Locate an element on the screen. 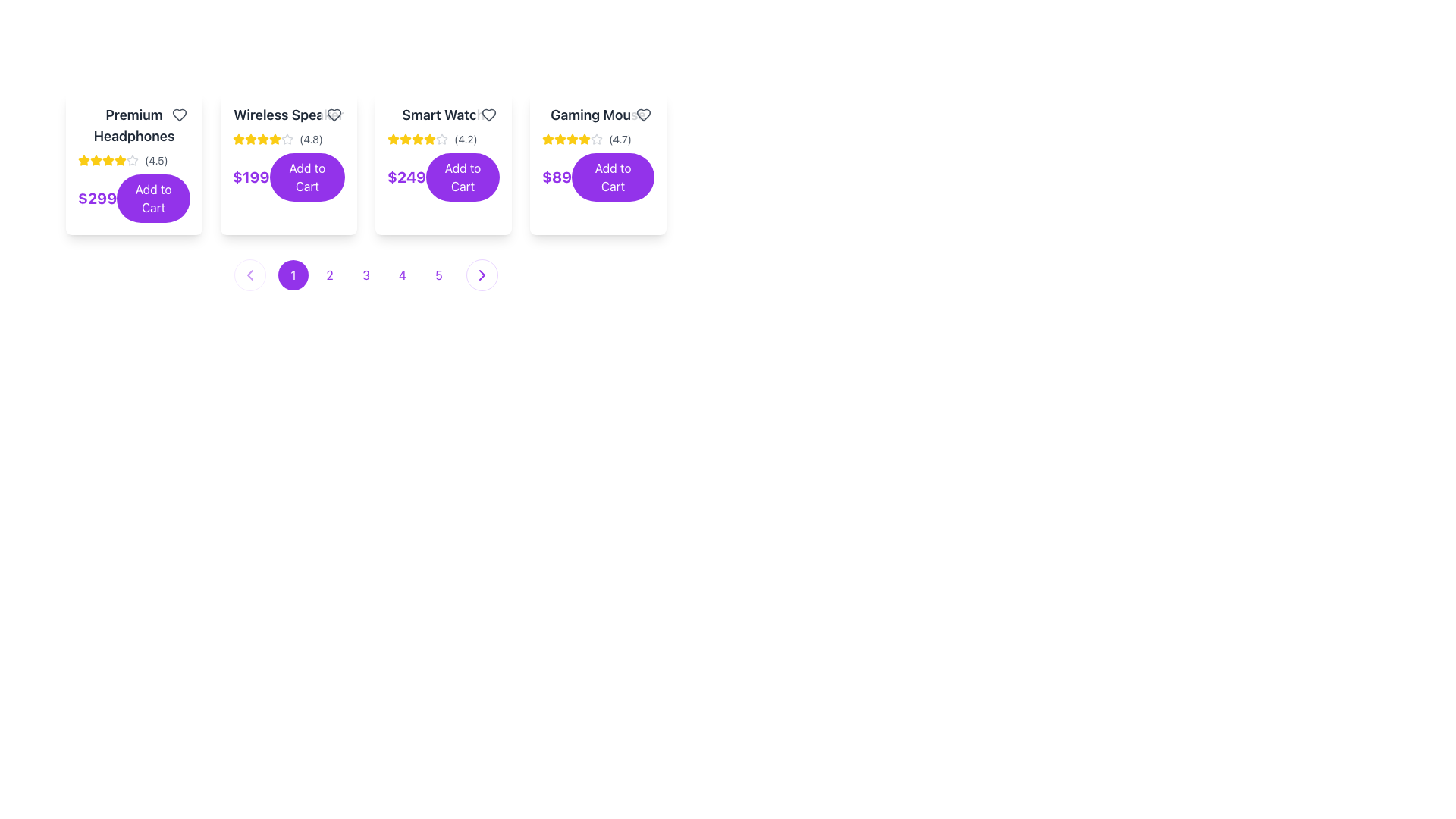  the first star-shaped icon filled with yellow color in the rating section of the Premium Headphones product card is located at coordinates (83, 161).